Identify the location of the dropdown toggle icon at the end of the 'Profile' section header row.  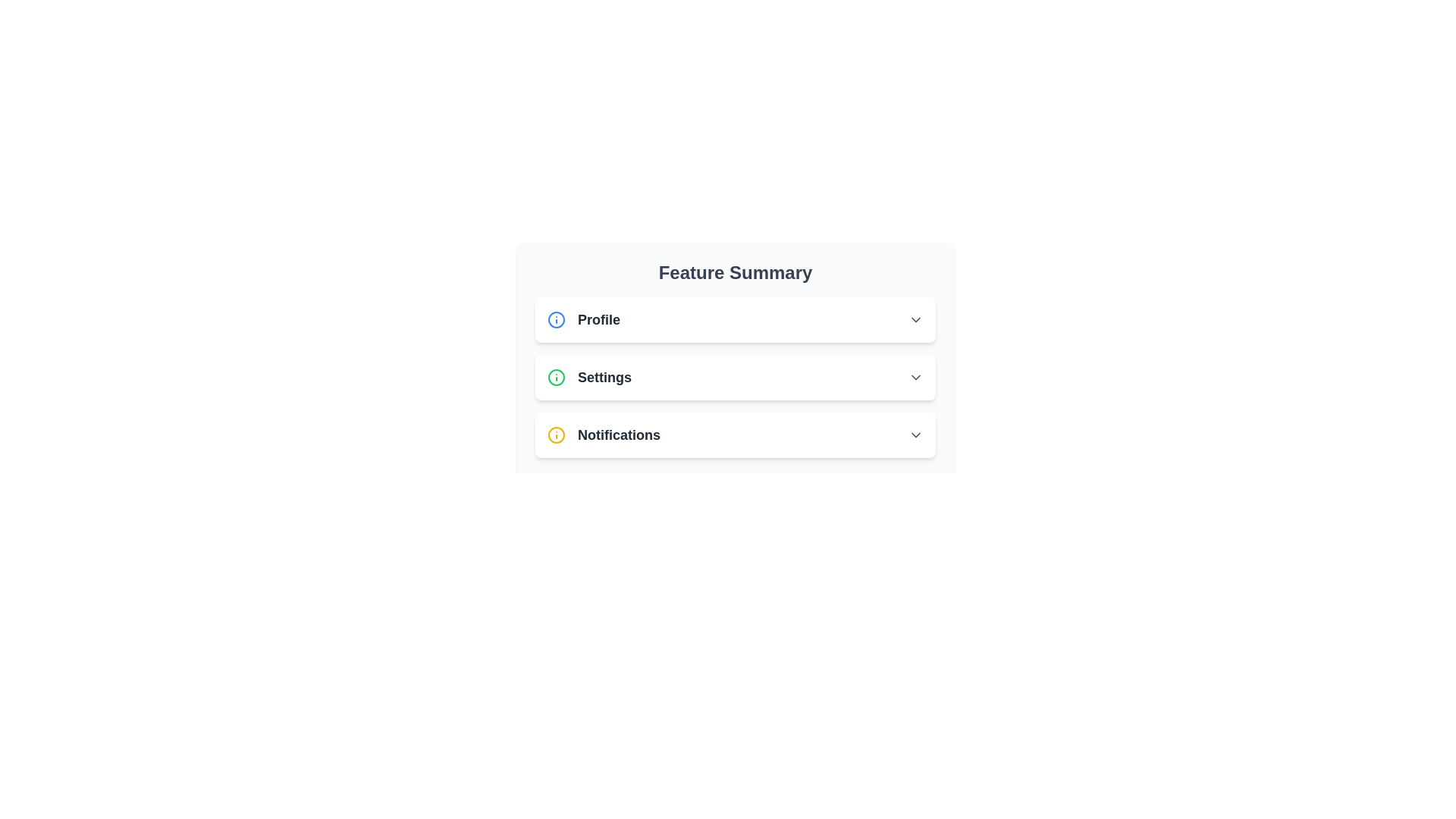
(915, 318).